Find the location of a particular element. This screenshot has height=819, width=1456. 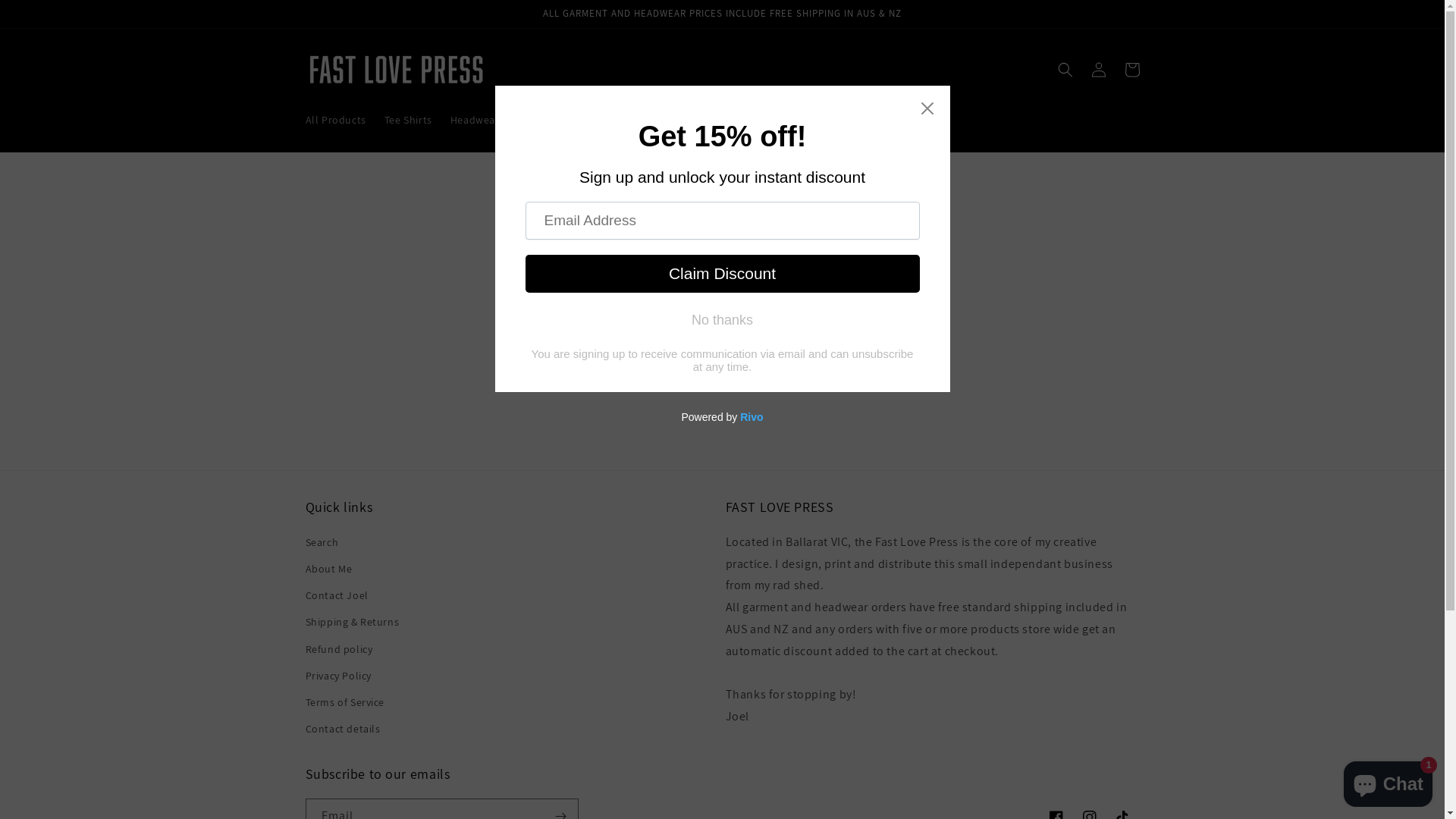

'Cart' is located at coordinates (1131, 70).